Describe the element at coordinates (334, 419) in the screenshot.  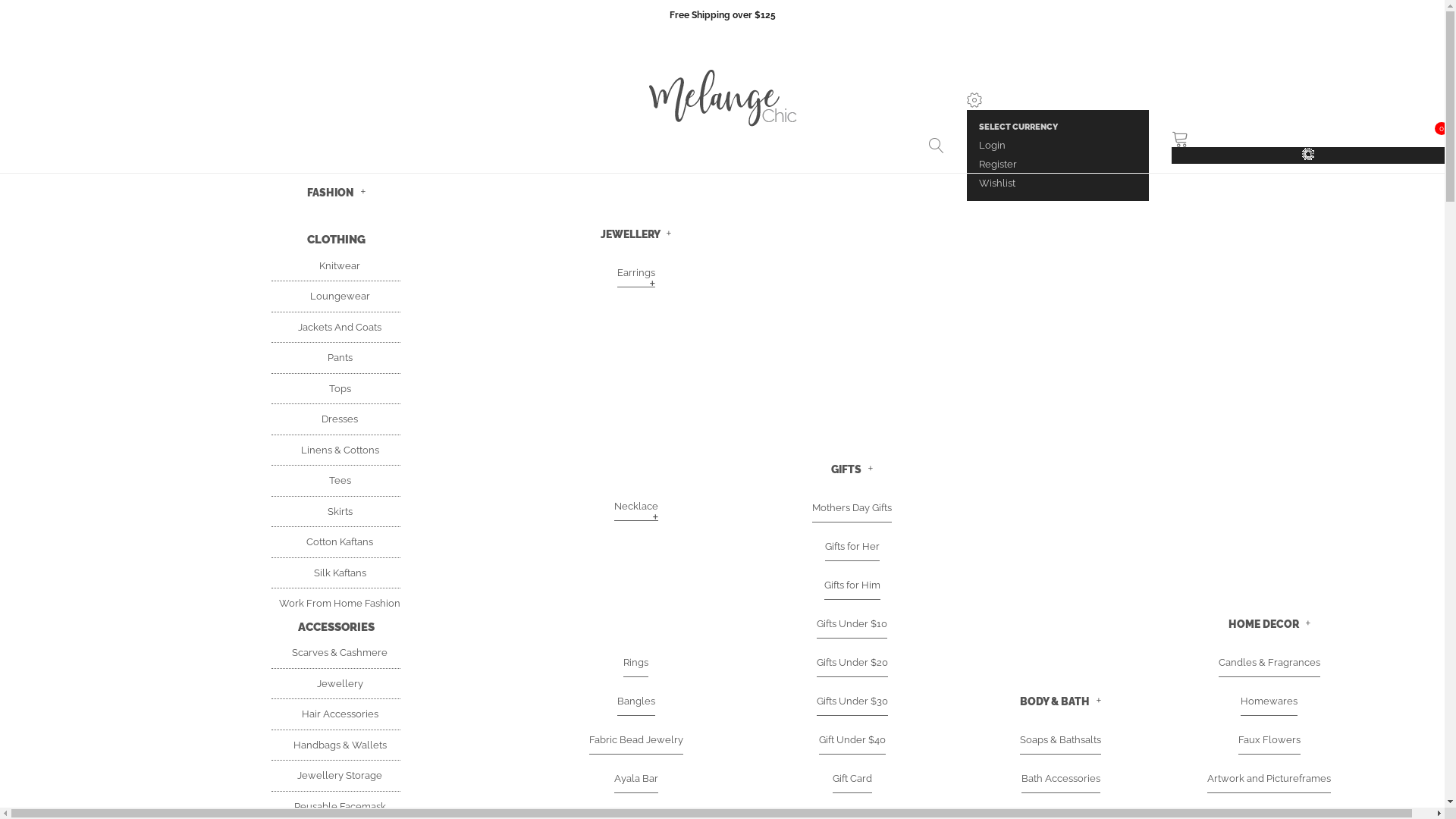
I see `'Dresses'` at that location.